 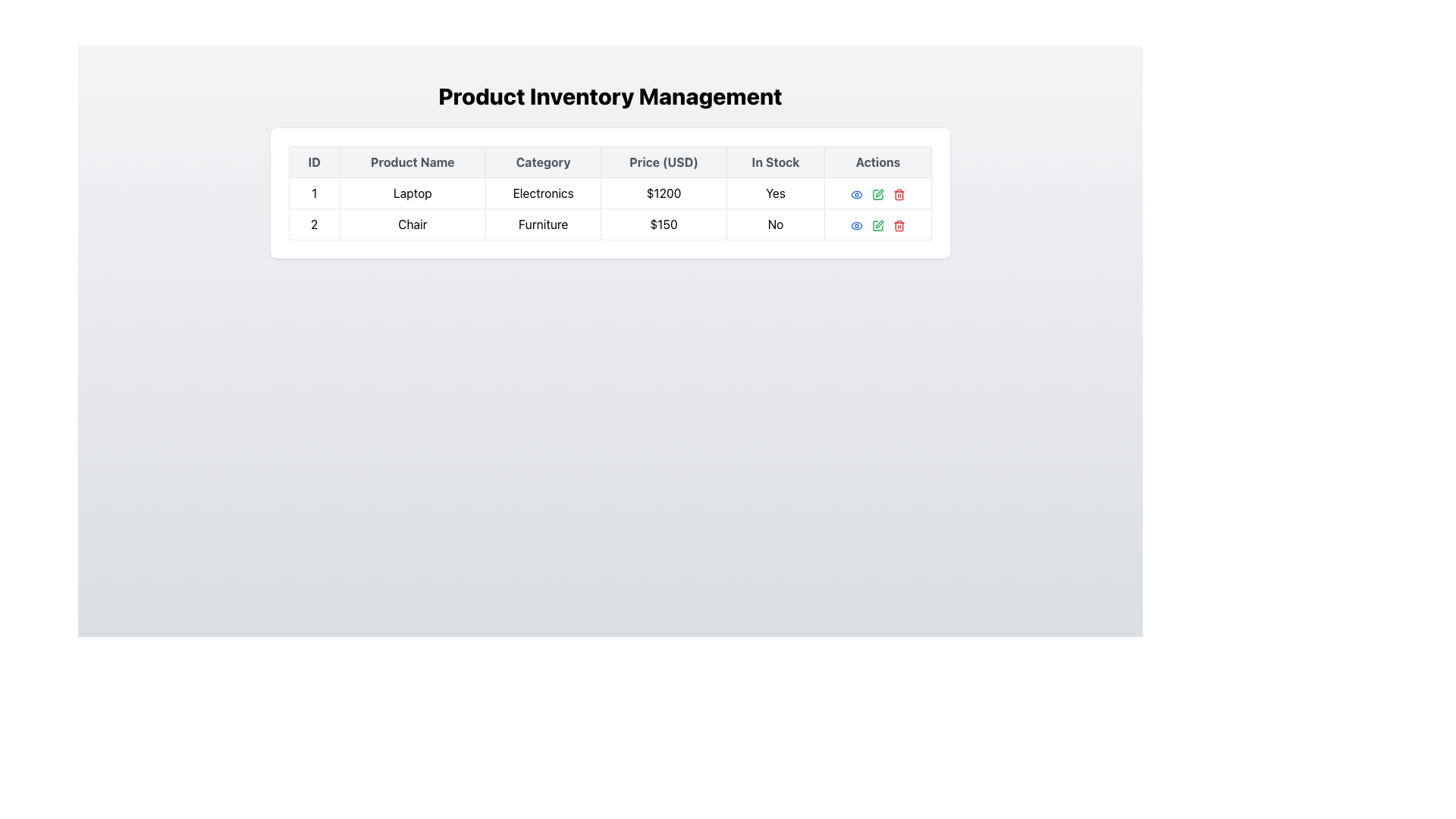 What do you see at coordinates (664, 224) in the screenshot?
I see `the text field displaying the price of the item in the fourth column of the second row of the table, located between 'Furniture' and 'No'` at bounding box center [664, 224].